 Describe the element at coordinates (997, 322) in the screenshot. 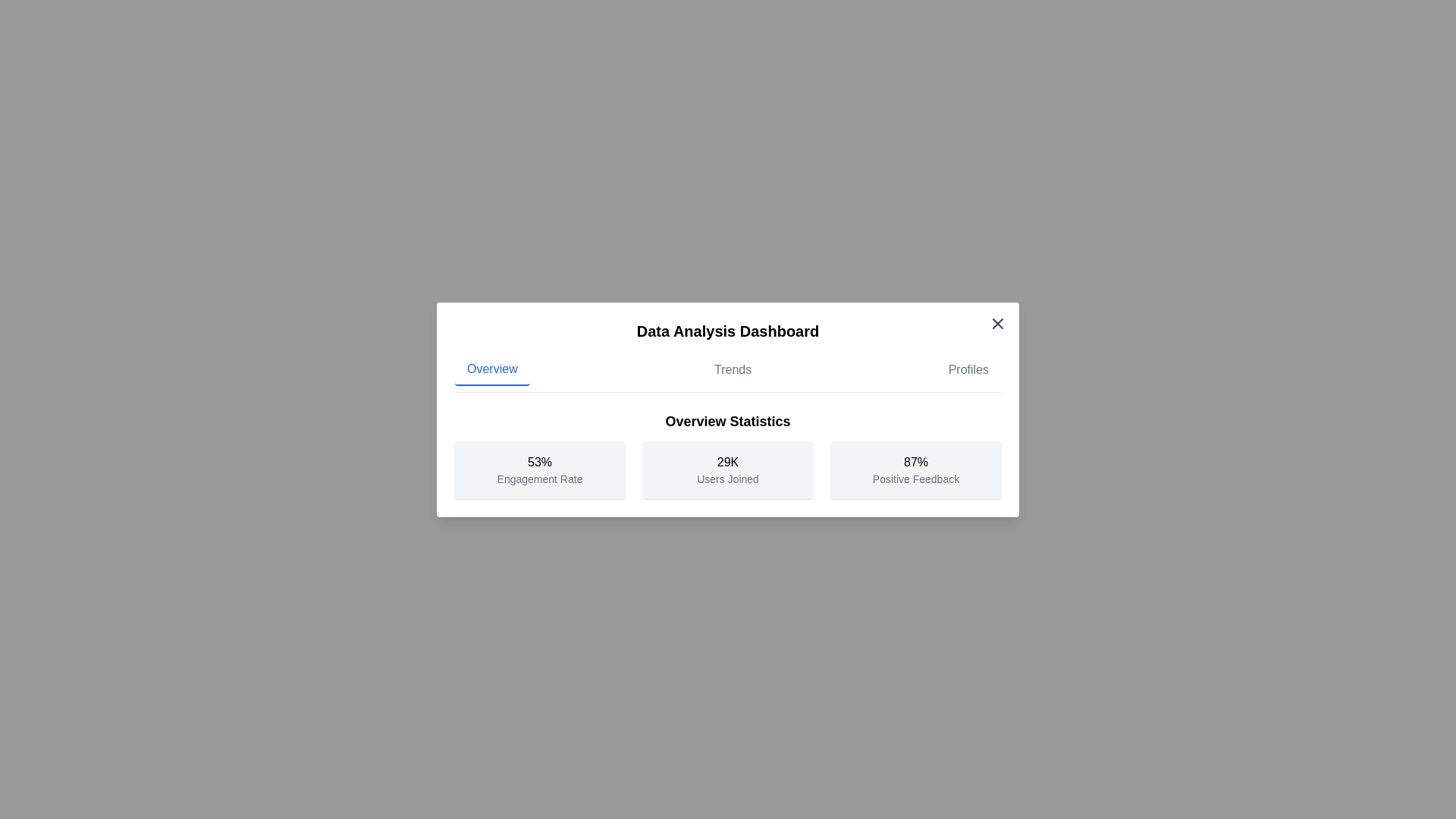

I see `the close icon represented by a diagonal line forming part of an 'X' shape in the top-right corner of the modal dialog` at that location.